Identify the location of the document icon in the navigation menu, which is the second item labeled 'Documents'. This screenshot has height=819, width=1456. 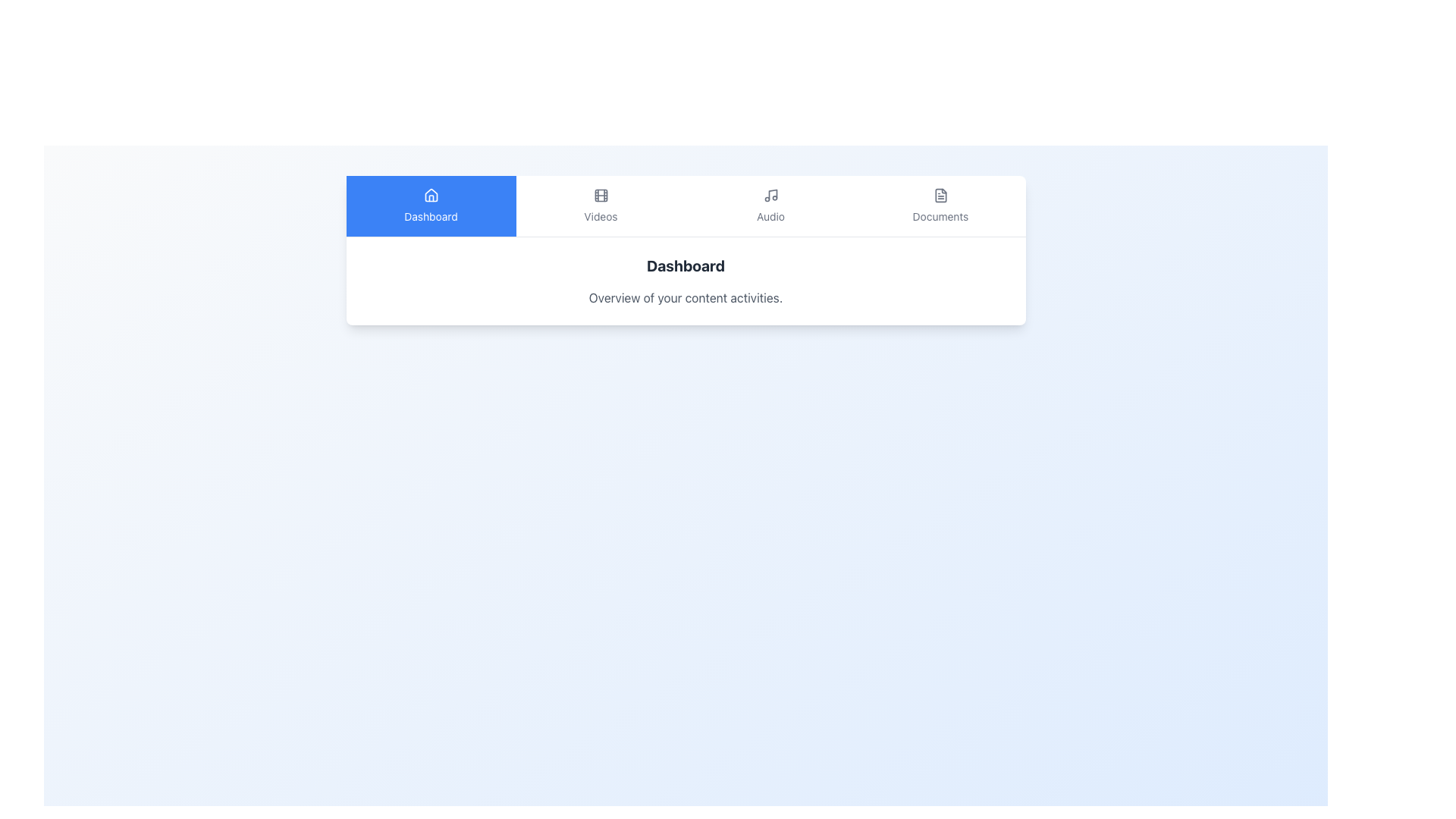
(940, 206).